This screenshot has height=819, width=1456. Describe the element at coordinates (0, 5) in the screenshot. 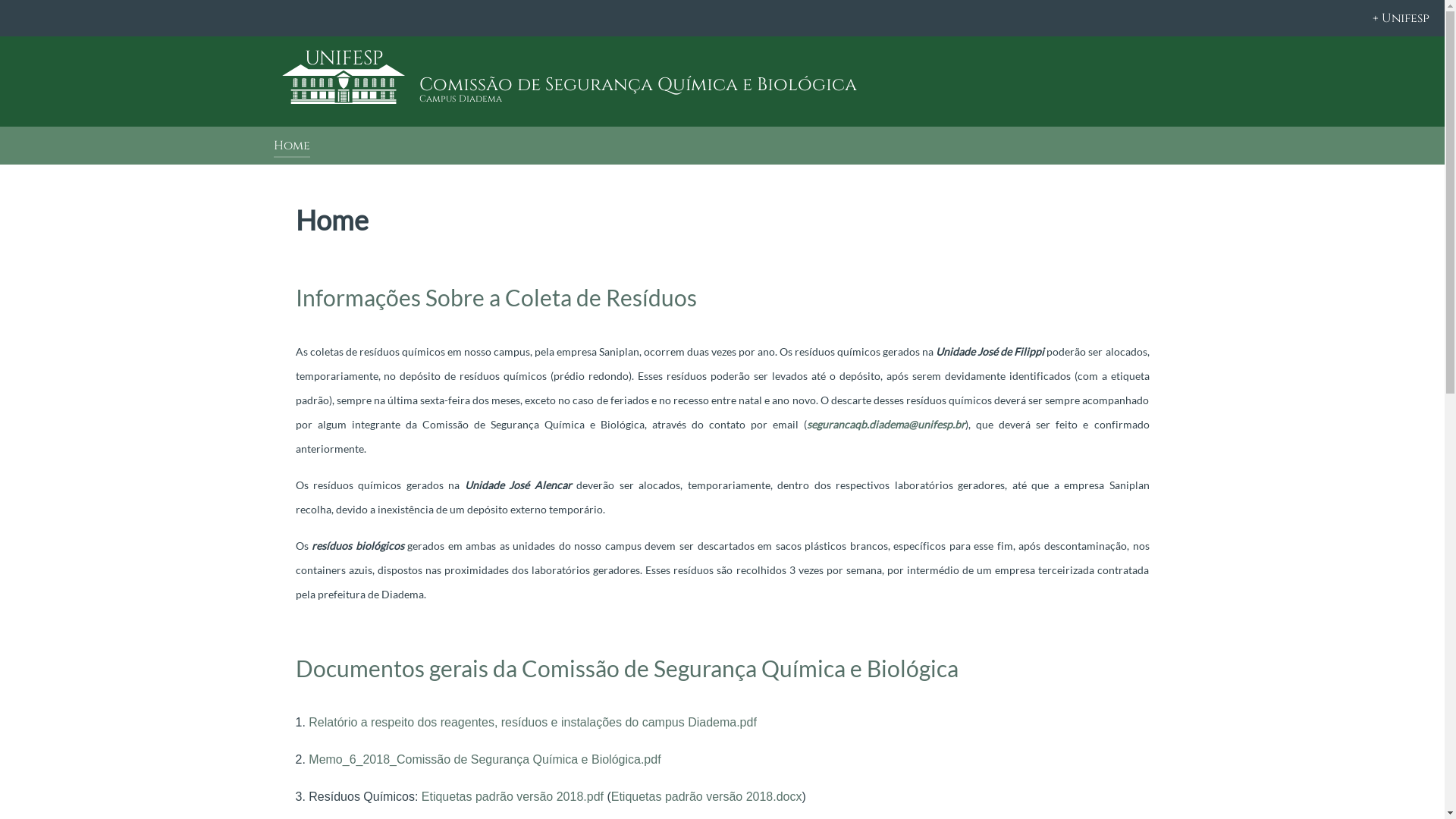

I see `'on'` at that location.